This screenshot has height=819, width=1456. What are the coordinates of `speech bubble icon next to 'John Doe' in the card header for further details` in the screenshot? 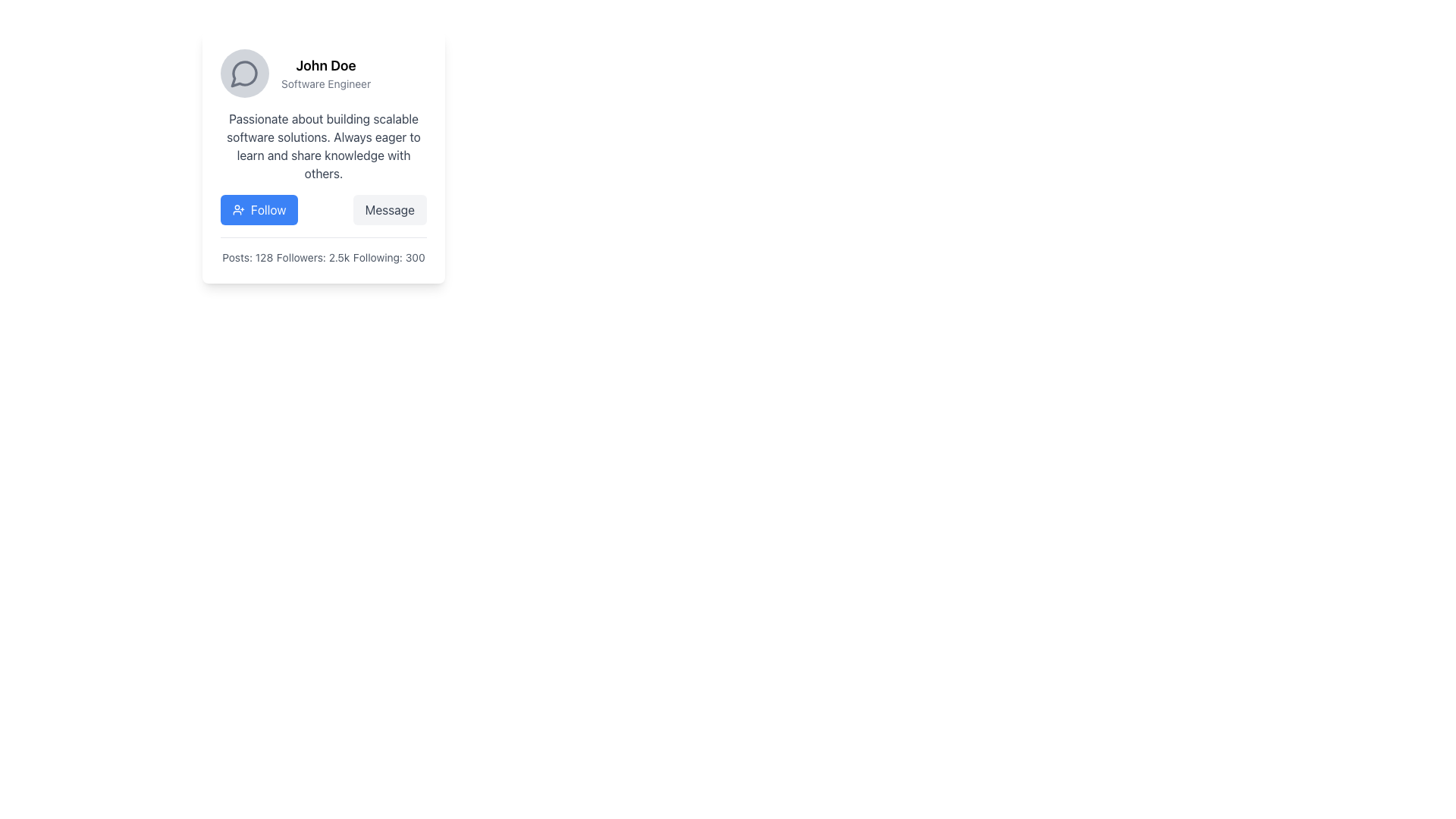 It's located at (244, 73).